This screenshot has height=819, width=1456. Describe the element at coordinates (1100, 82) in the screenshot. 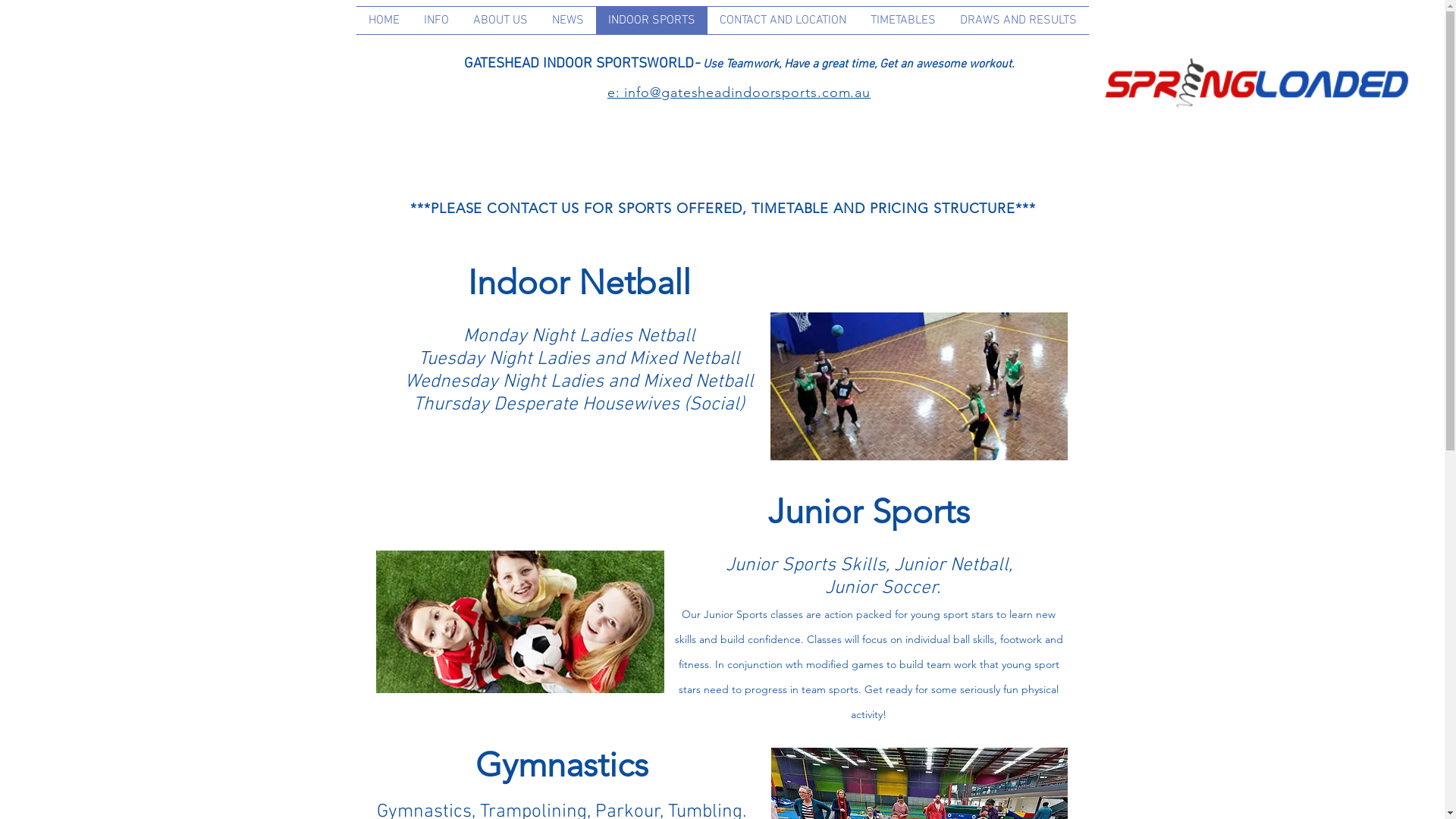

I see `'springlogo.png'` at that location.